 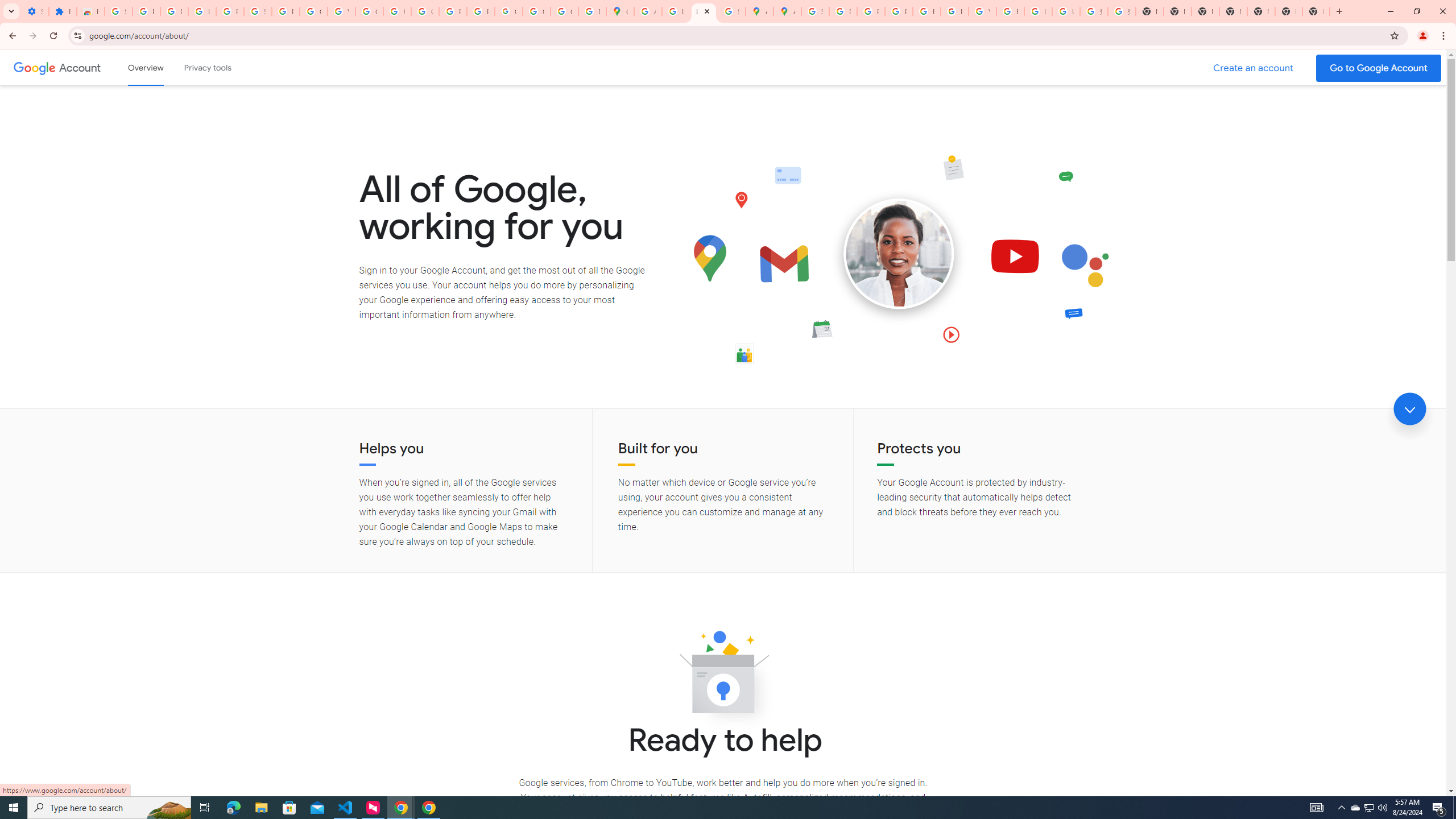 What do you see at coordinates (396, 11) in the screenshot?
I see `'https://scholar.google.com/'` at bounding box center [396, 11].